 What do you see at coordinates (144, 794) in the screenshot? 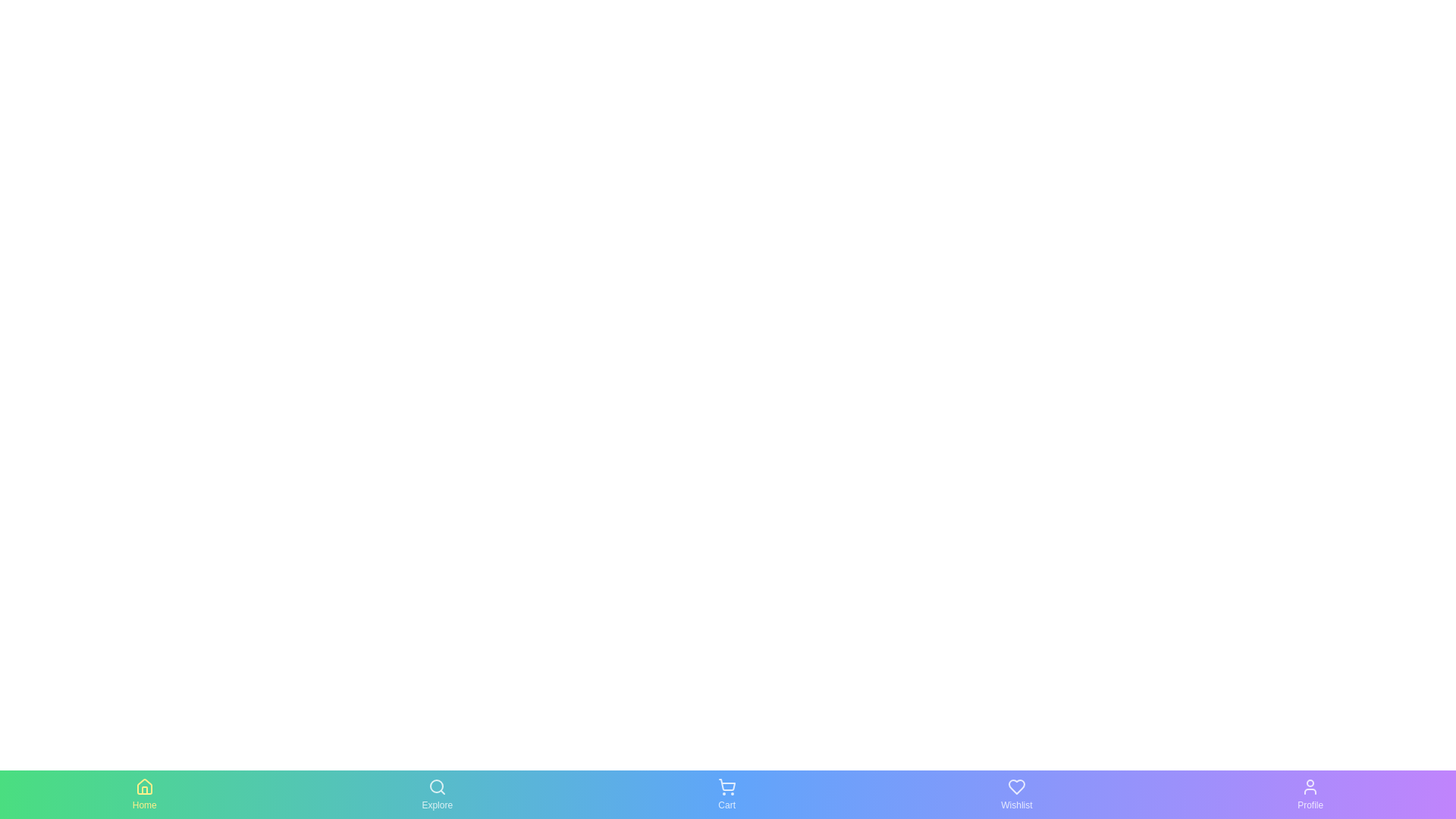
I see `the icon labeled Home` at bounding box center [144, 794].